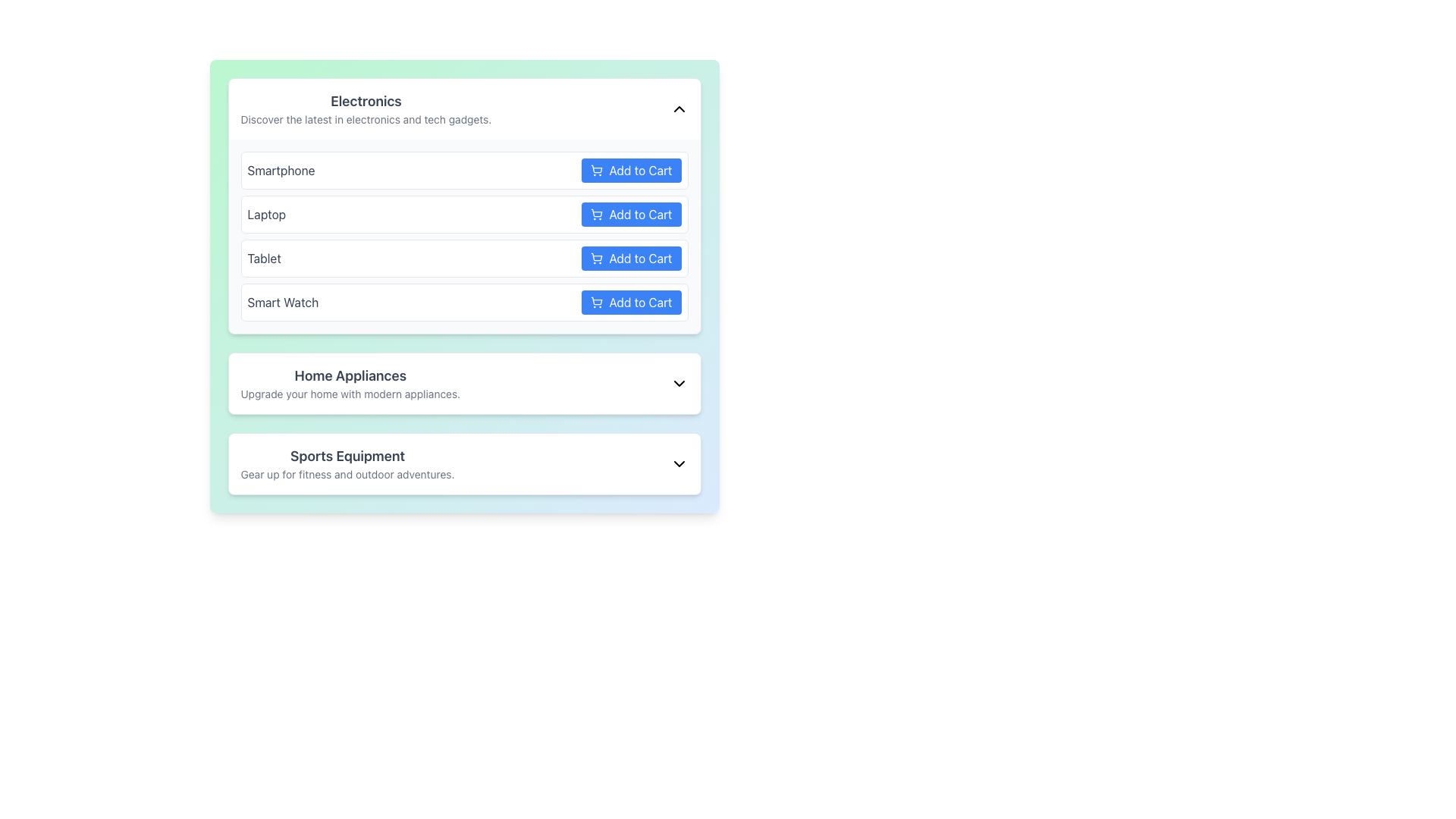 This screenshot has width=1456, height=819. Describe the element at coordinates (631, 170) in the screenshot. I see `the 'Add to Cart' button, which has a blue background and white text` at that location.